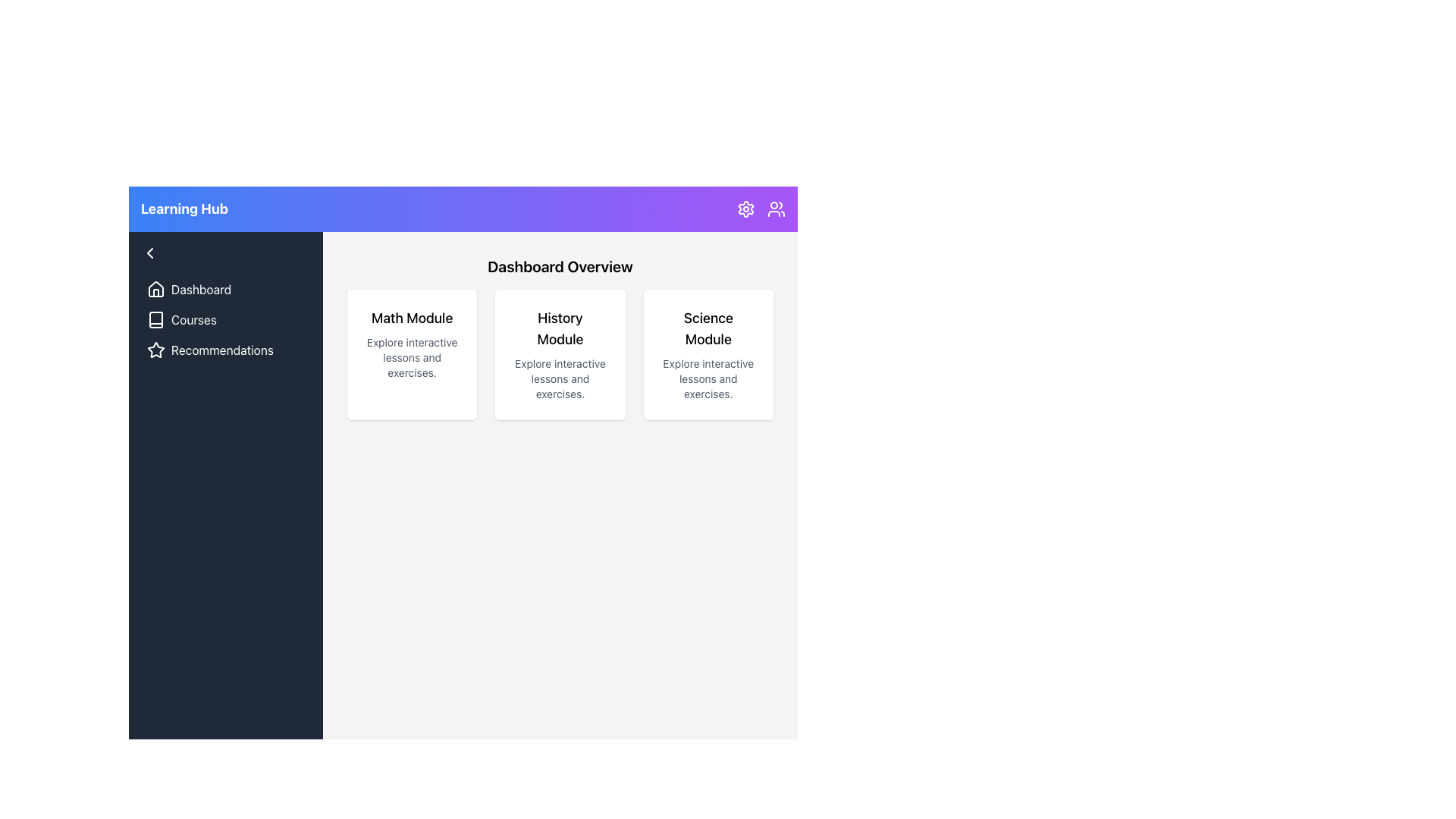 This screenshot has width=1456, height=819. I want to click on the gear icon in the top-right corner of the page, so click(745, 209).